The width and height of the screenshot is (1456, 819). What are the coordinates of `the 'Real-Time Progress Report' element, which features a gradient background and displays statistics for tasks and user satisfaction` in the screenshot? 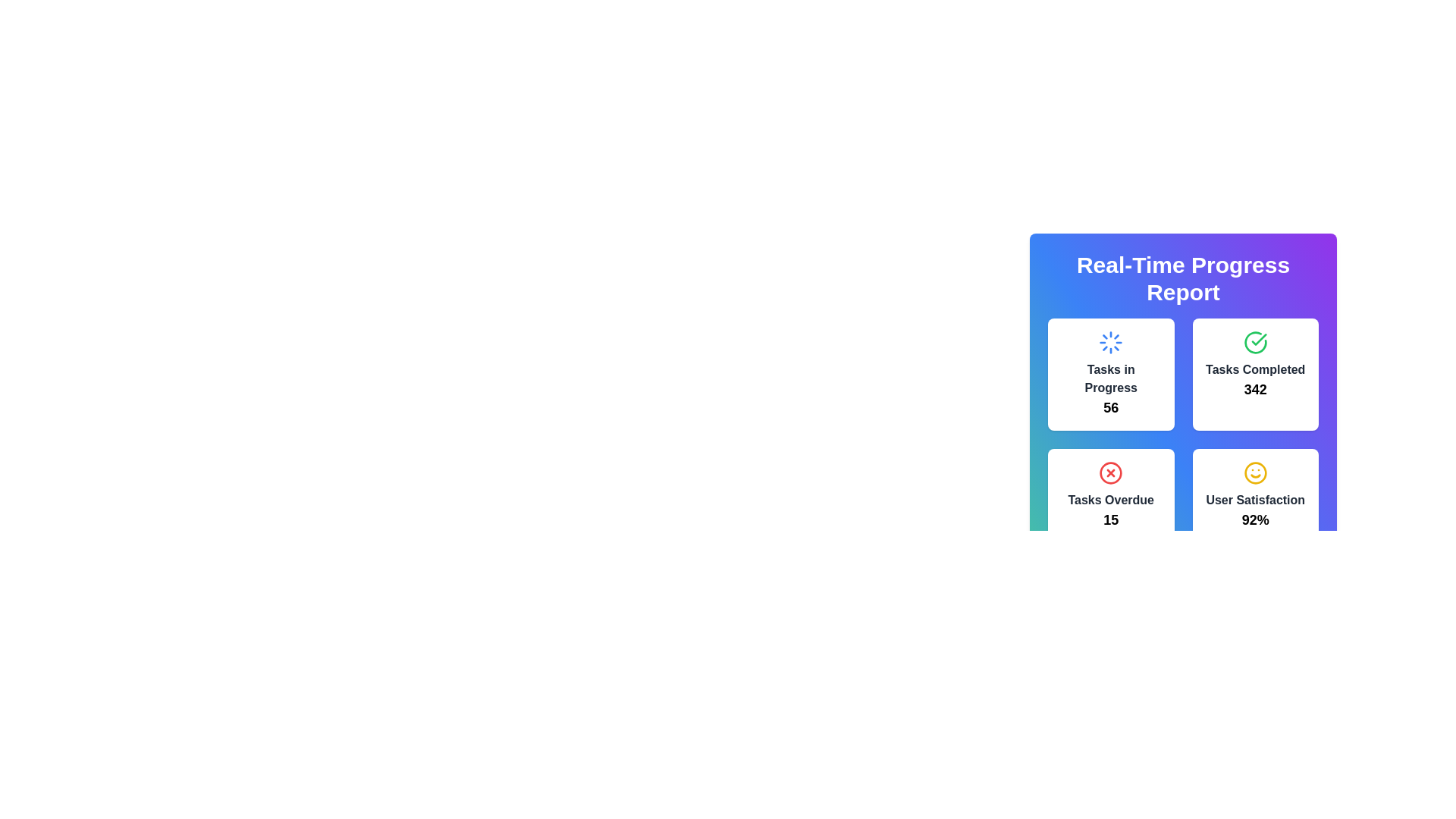 It's located at (1182, 373).